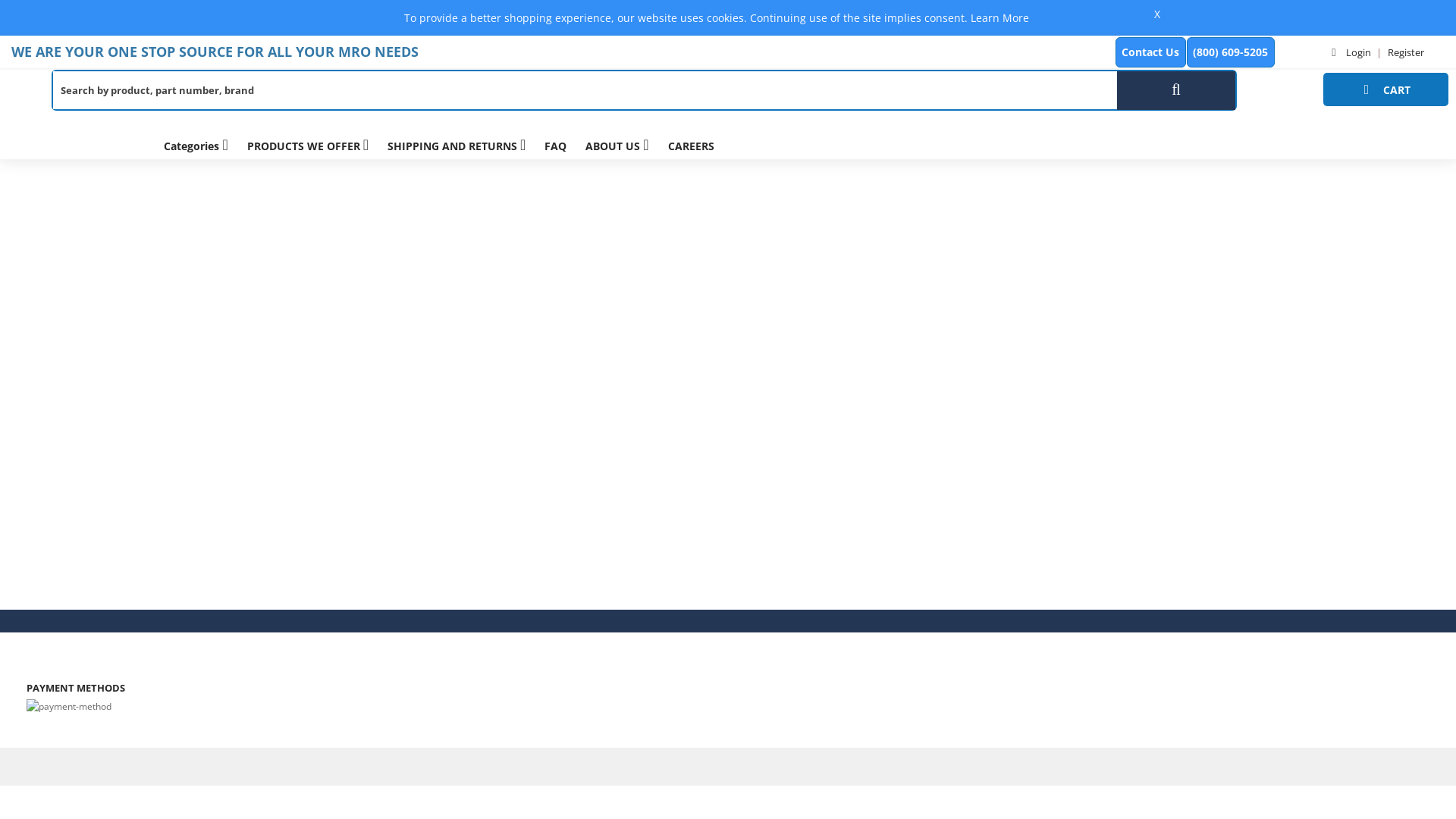  Describe the element at coordinates (1116, 51) in the screenshot. I see `'Contact Us'` at that location.